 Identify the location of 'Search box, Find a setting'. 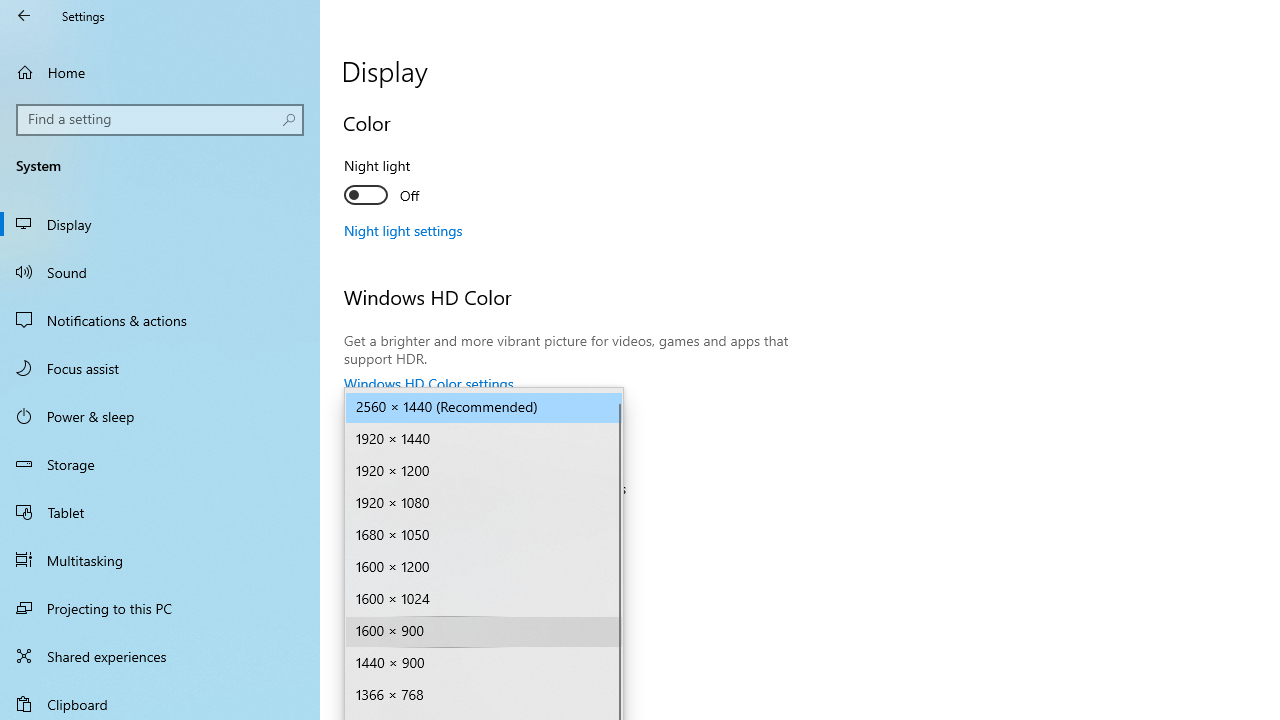
(160, 119).